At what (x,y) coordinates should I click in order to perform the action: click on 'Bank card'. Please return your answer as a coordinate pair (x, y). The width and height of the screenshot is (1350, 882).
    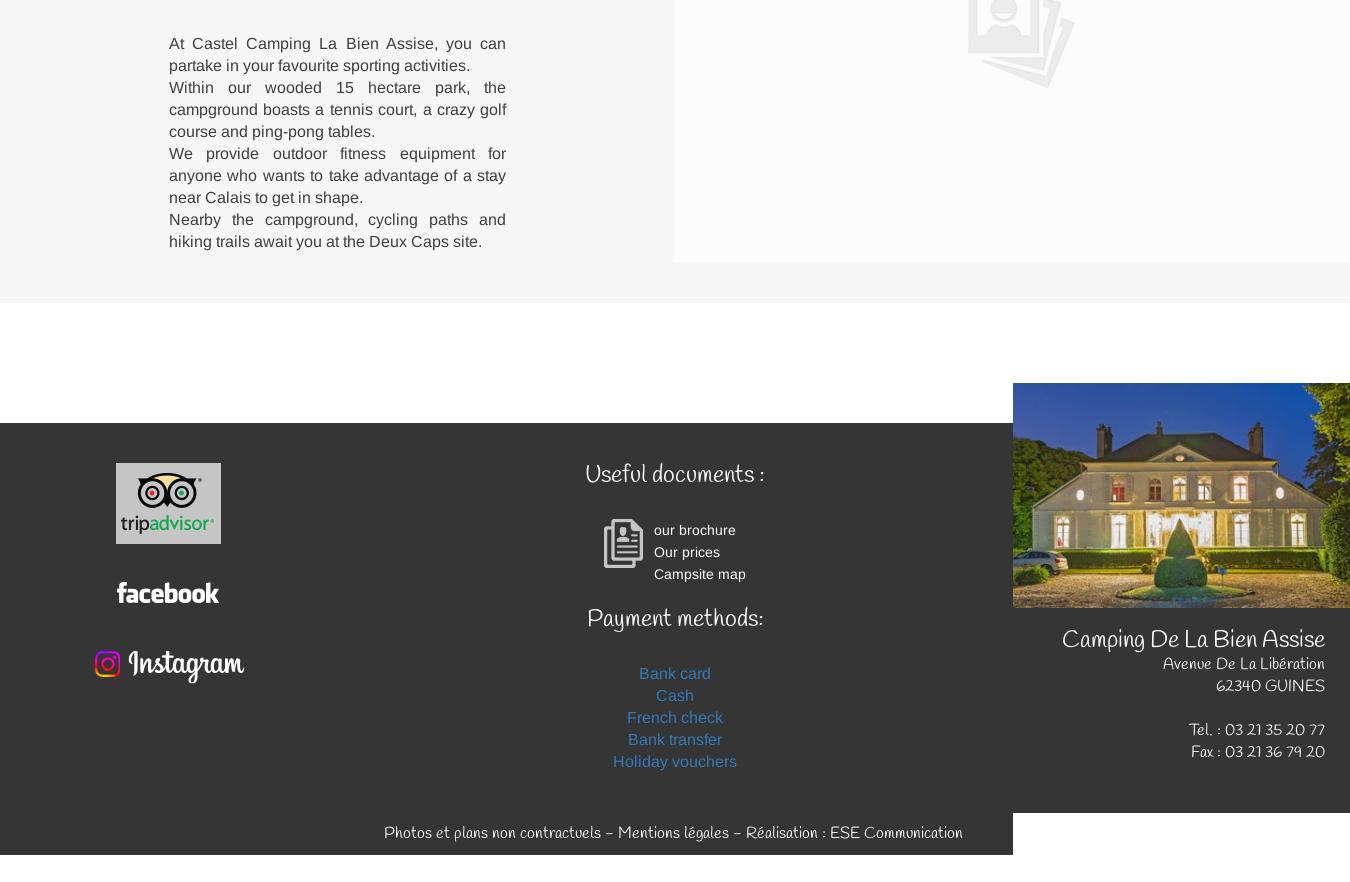
    Looking at the image, I should click on (638, 672).